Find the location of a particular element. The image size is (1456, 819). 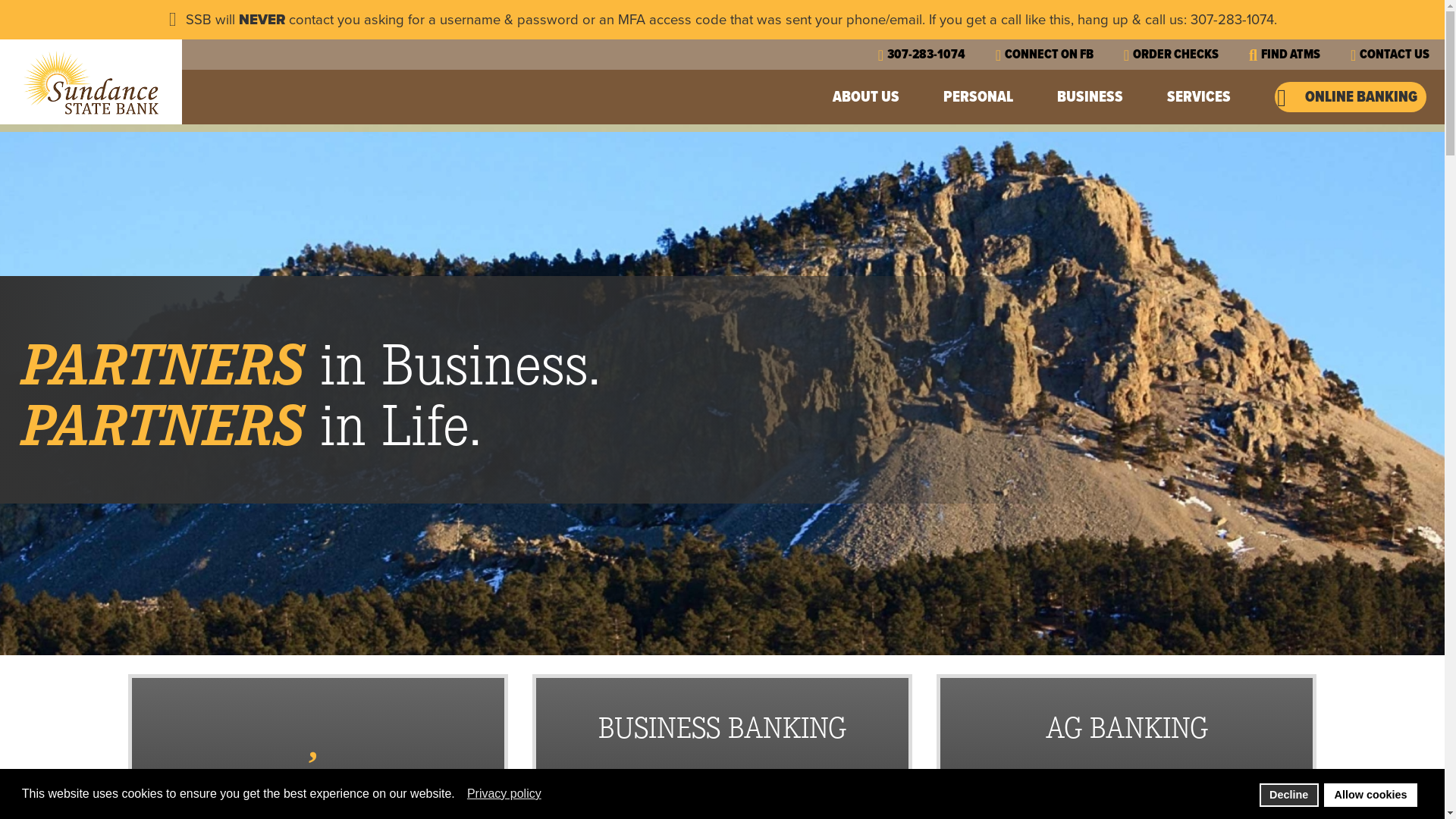

'CONTACT US' is located at coordinates (1350, 53).